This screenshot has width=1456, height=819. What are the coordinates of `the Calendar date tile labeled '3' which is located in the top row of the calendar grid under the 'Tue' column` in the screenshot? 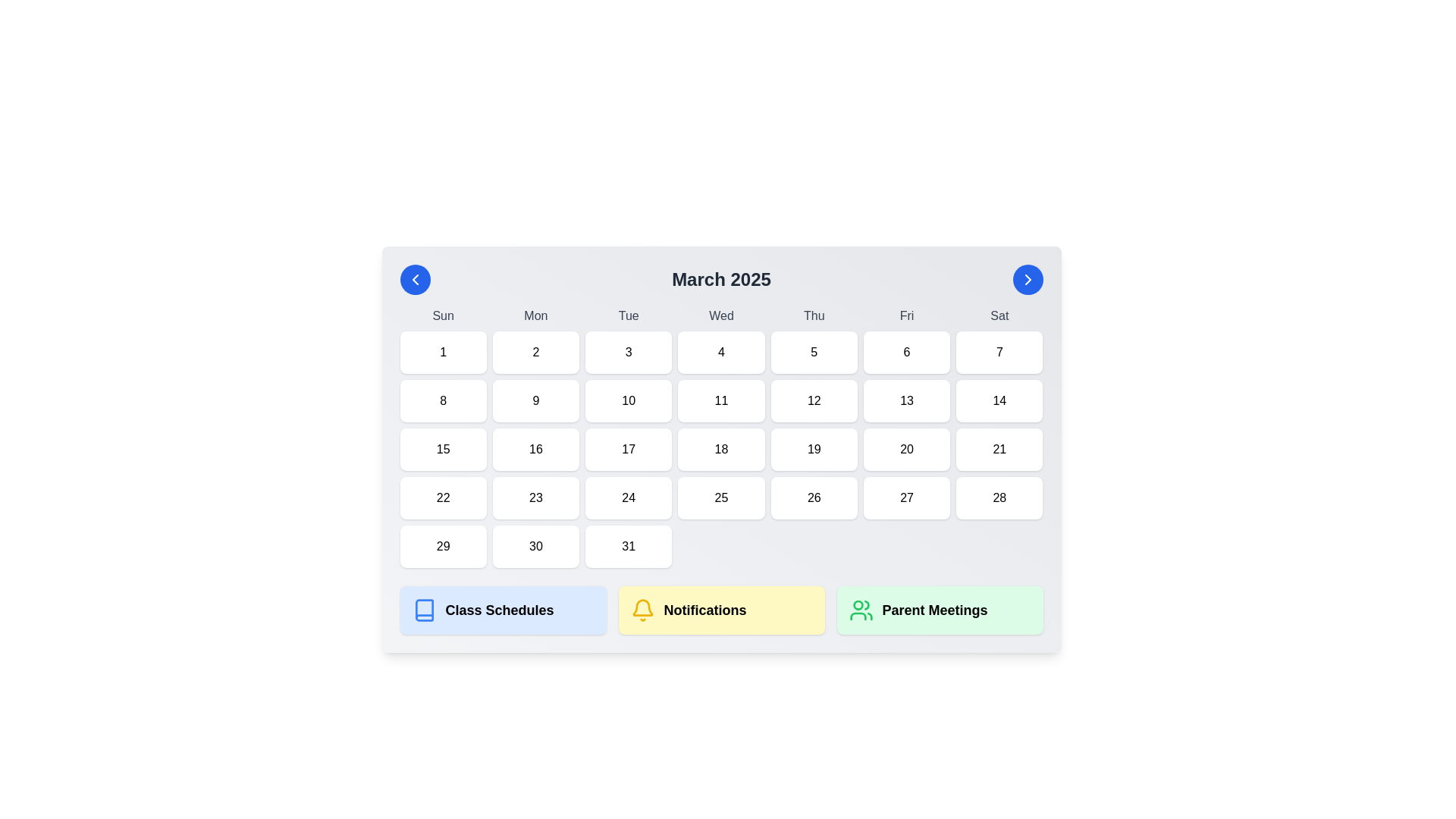 It's located at (629, 353).